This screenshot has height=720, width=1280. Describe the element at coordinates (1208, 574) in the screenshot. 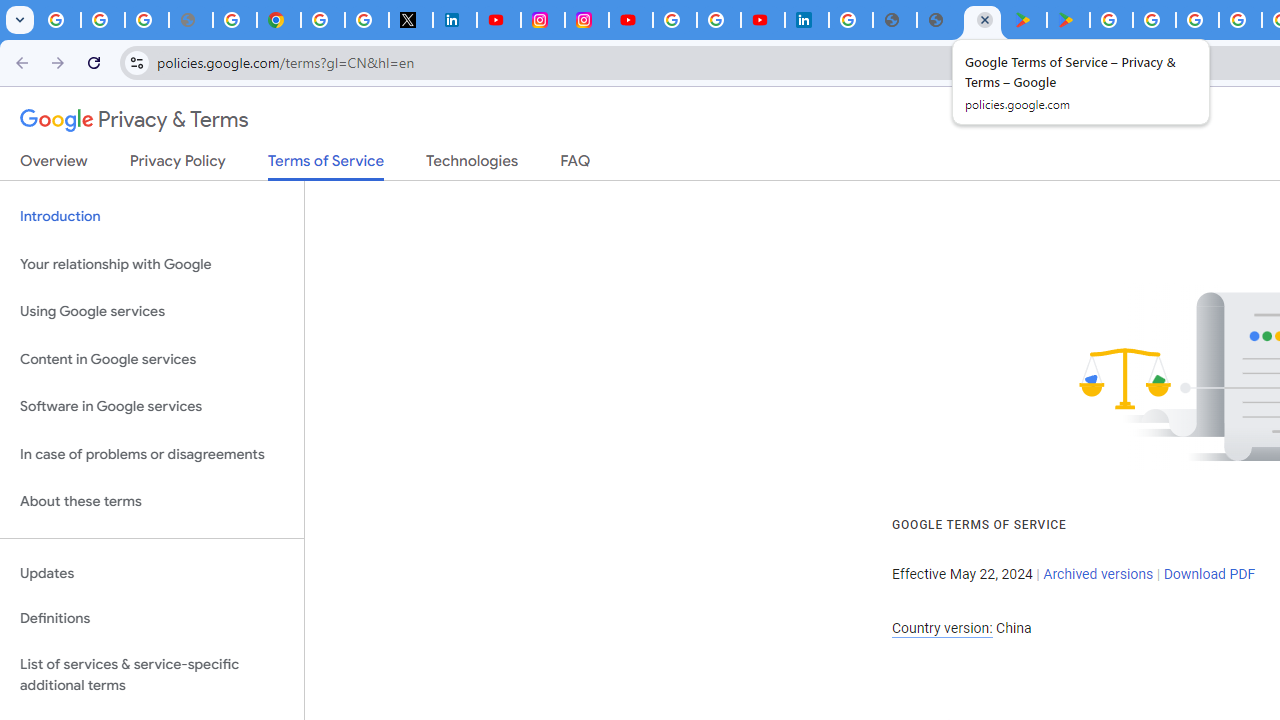

I see `'Download PDF'` at that location.